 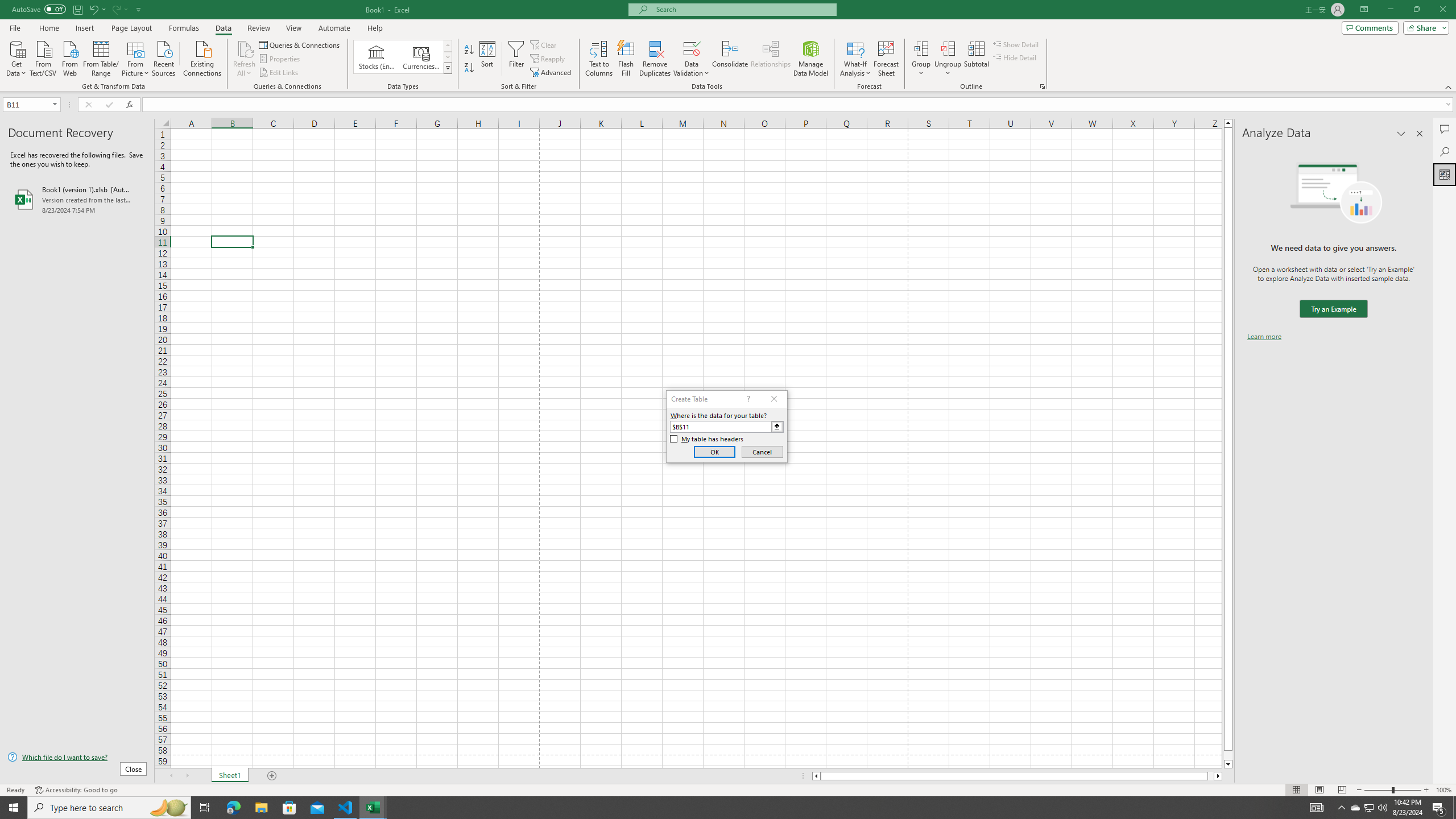 What do you see at coordinates (626, 59) in the screenshot?
I see `'Flash Fill'` at bounding box center [626, 59].